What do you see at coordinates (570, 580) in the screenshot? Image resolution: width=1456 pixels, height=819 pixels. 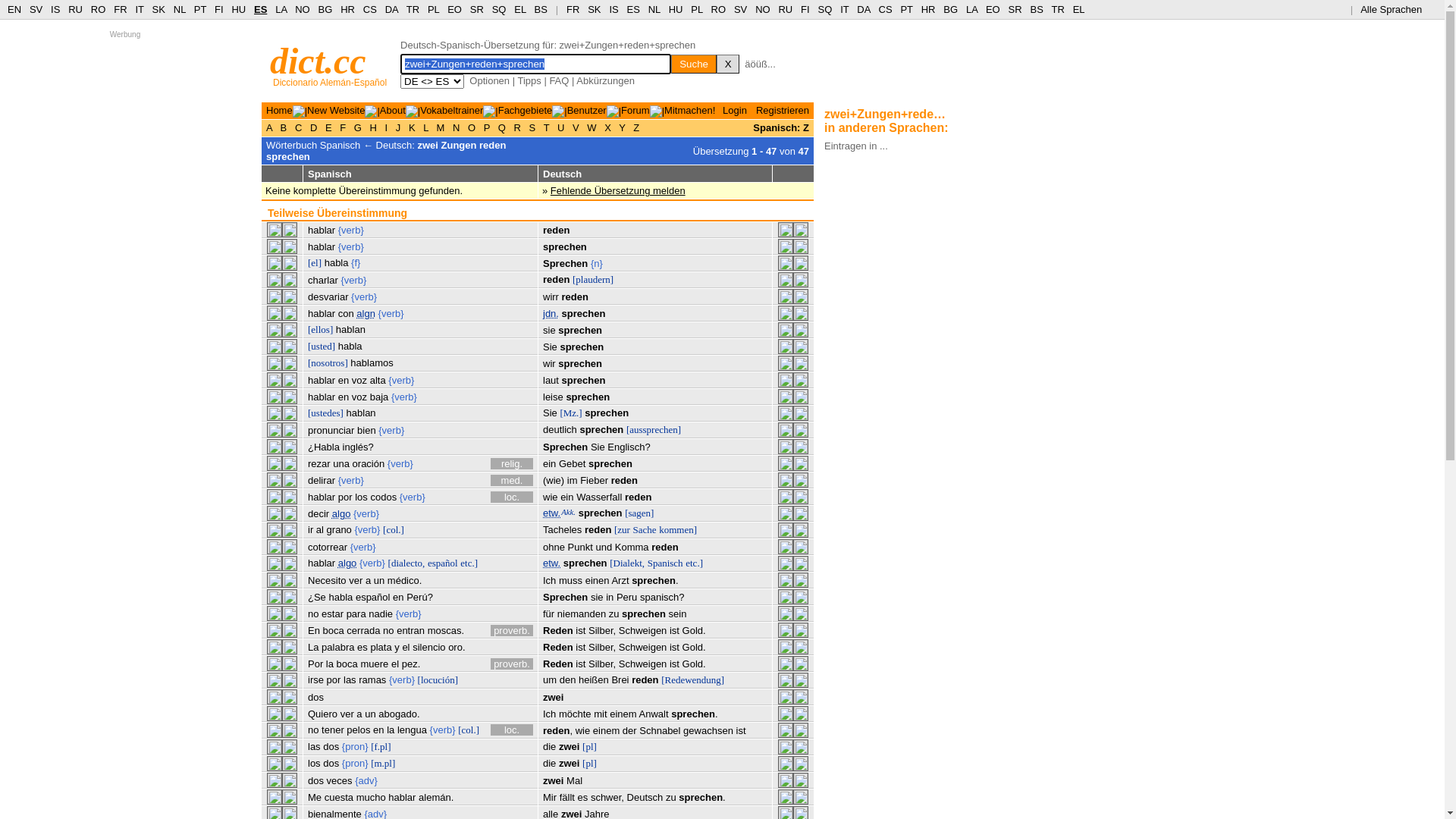 I see `'muss'` at bounding box center [570, 580].